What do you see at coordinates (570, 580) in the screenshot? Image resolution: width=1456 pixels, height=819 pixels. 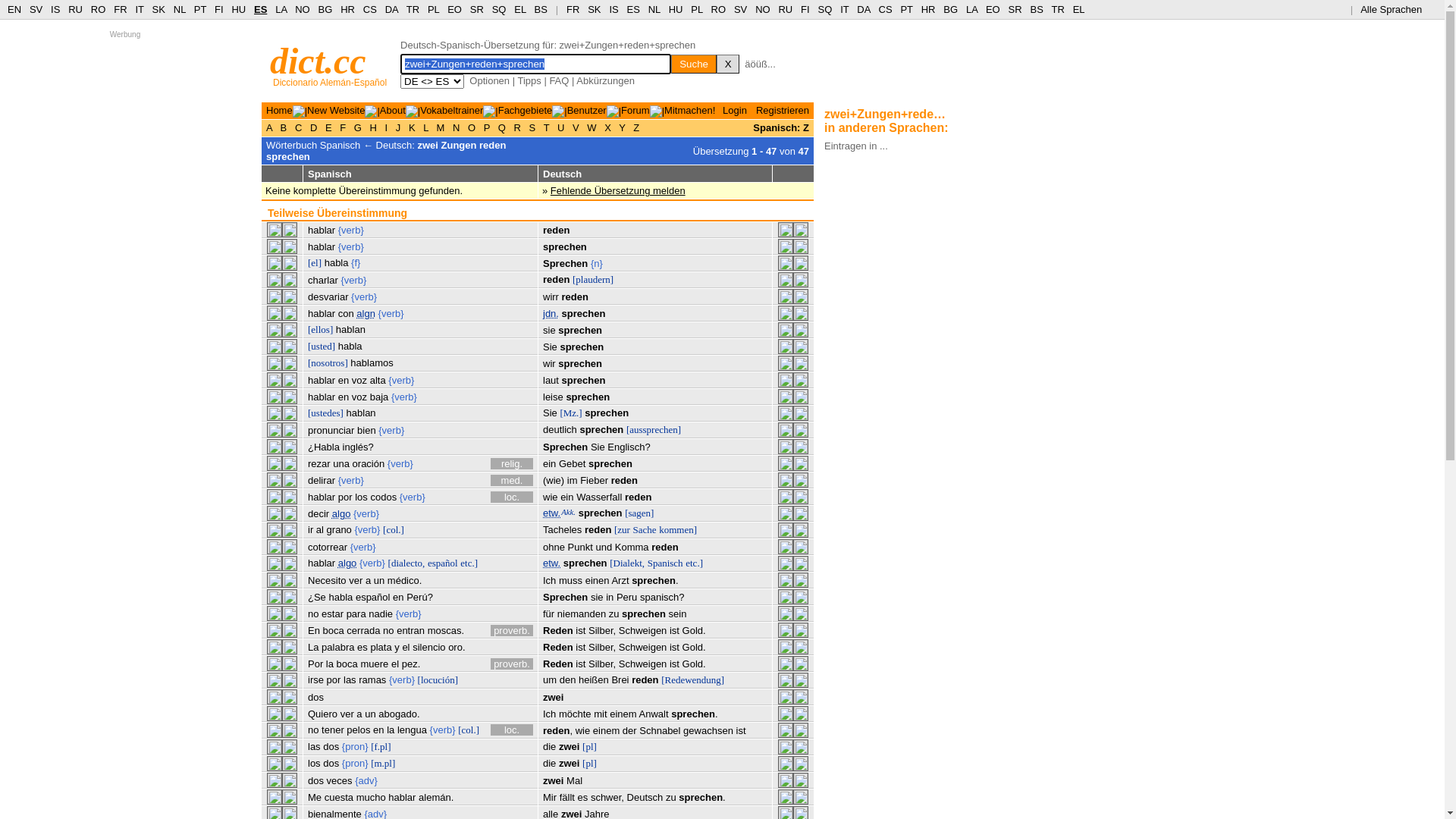 I see `'muss'` at bounding box center [570, 580].